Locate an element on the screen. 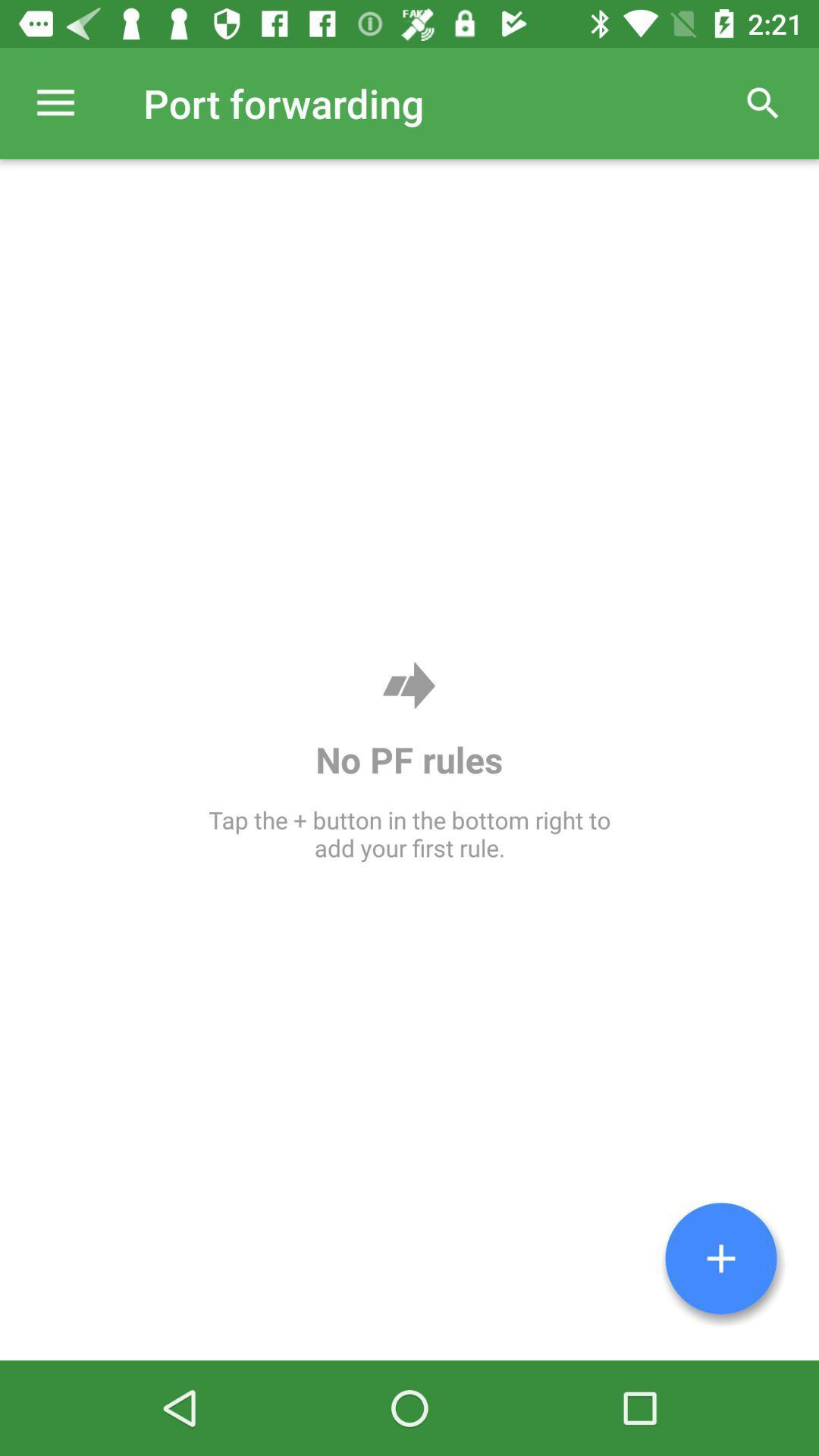 The height and width of the screenshot is (1456, 819). forwarding rule is located at coordinates (720, 1258).